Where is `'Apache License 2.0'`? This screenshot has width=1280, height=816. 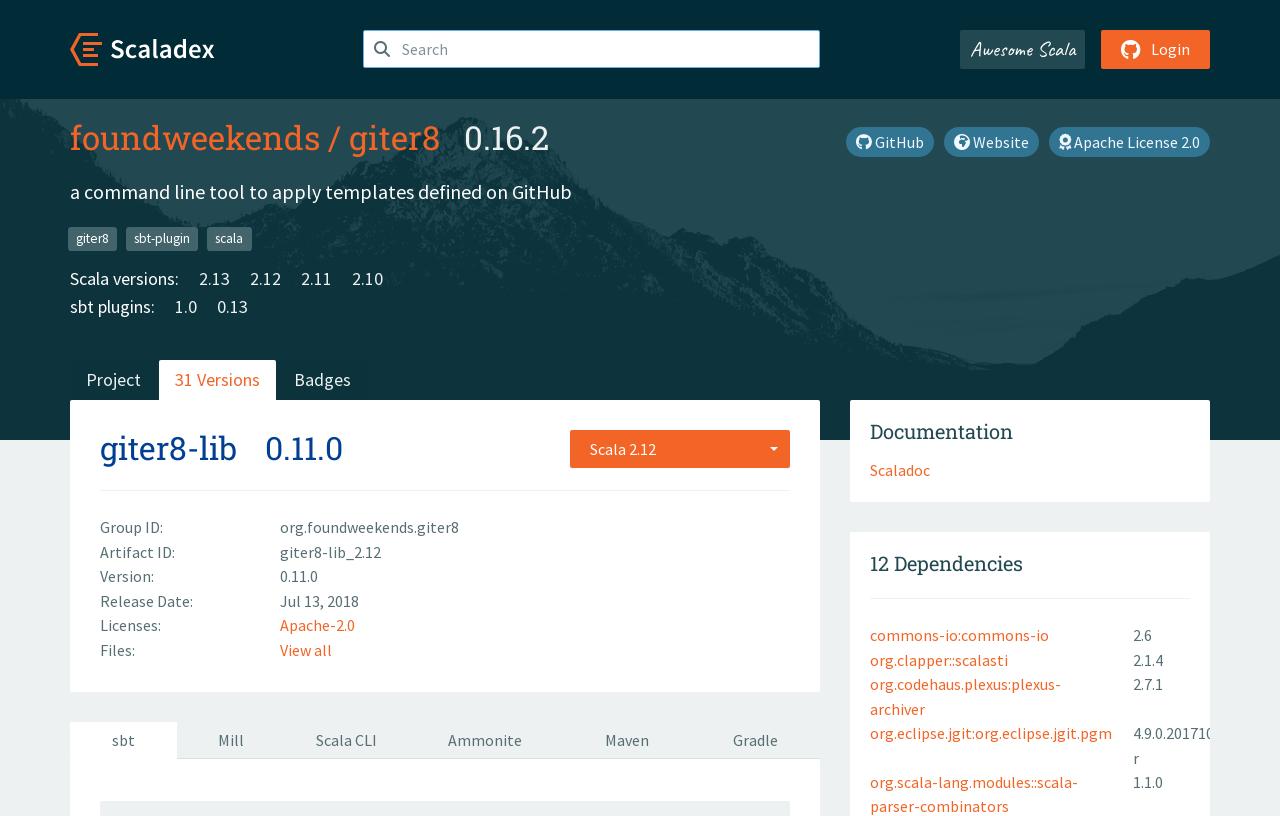 'Apache License 2.0' is located at coordinates (1069, 141).